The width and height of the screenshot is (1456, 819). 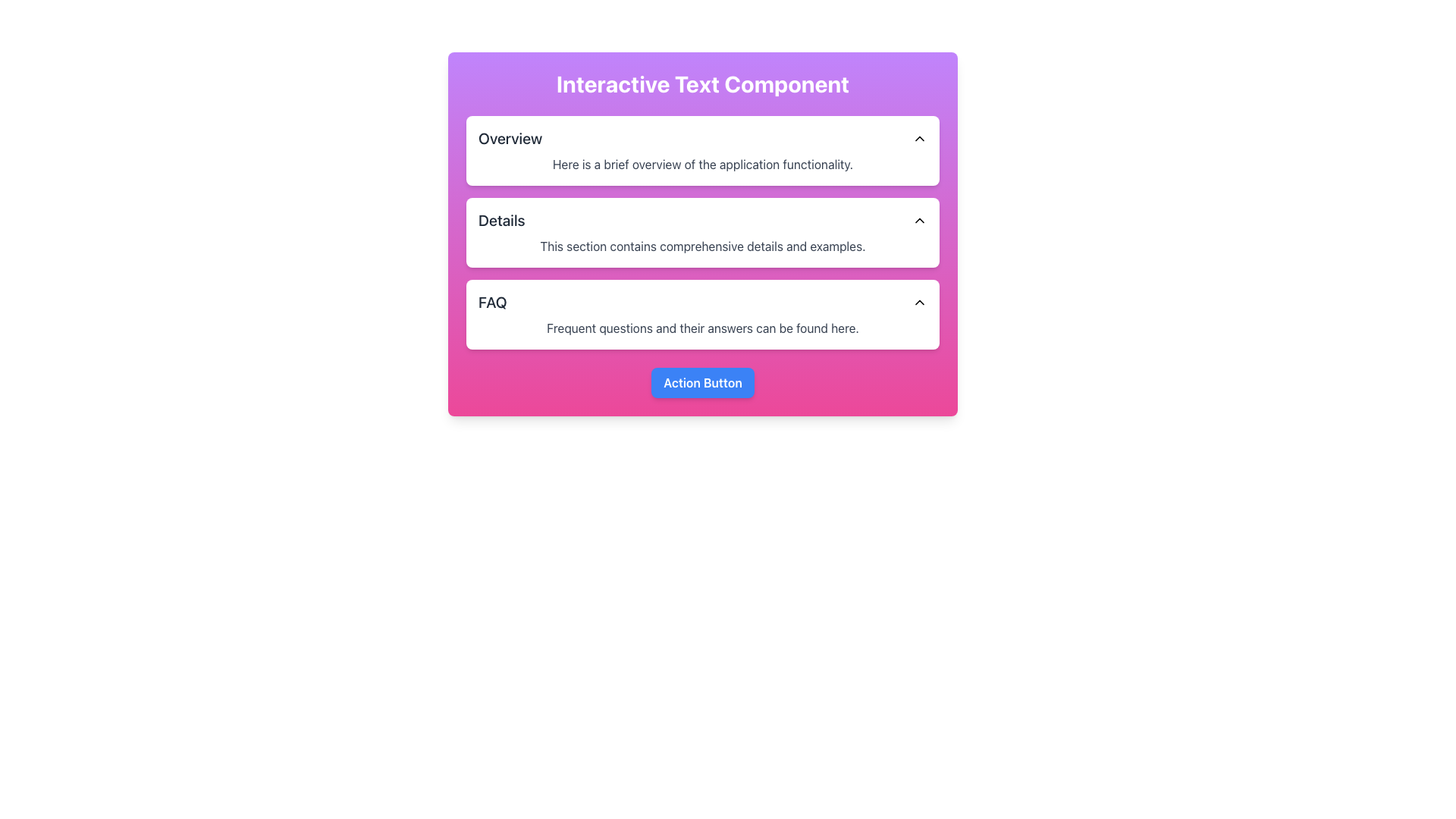 What do you see at coordinates (701, 245) in the screenshot?
I see `the text label that reads 'This section contains comprehensive details and examples.' located within a white card section below the 'Details' title` at bounding box center [701, 245].